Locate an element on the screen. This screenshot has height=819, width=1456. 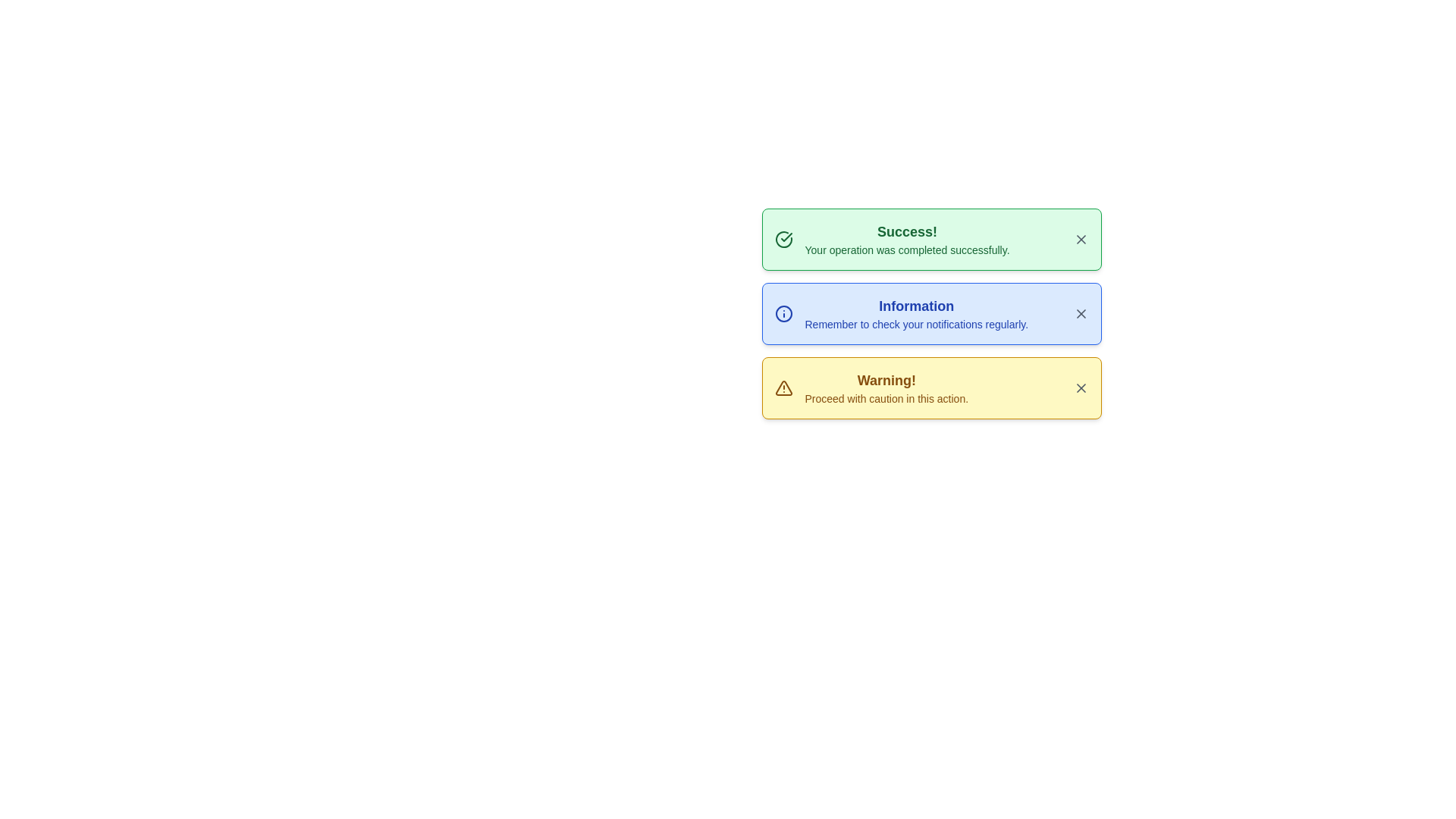
the circular boundary of the information icon located to the left of the 'Information' label is located at coordinates (783, 312).